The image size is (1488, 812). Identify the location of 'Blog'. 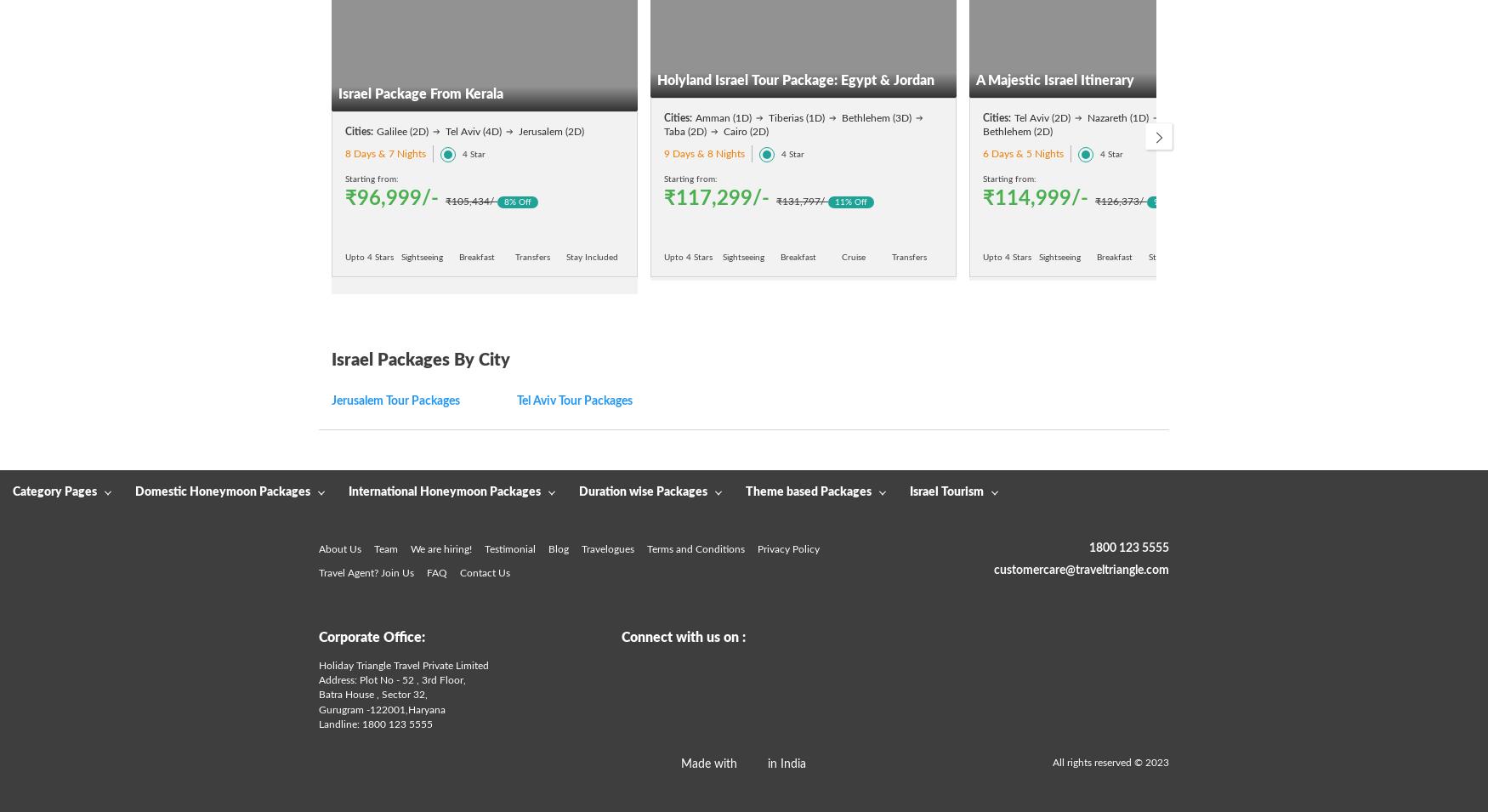
(557, 548).